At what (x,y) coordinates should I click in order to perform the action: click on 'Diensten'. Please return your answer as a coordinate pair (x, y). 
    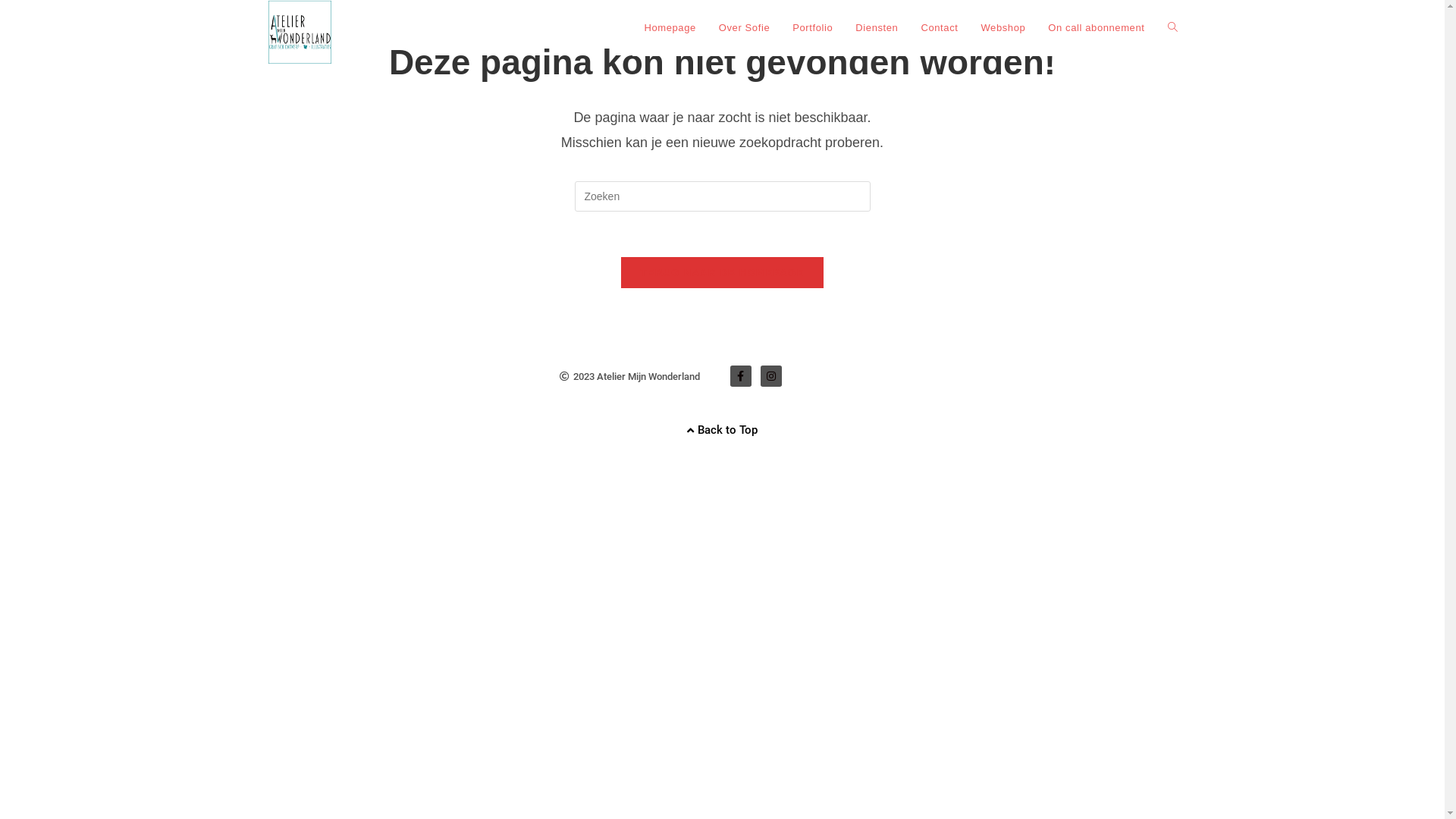
    Looking at the image, I should click on (877, 28).